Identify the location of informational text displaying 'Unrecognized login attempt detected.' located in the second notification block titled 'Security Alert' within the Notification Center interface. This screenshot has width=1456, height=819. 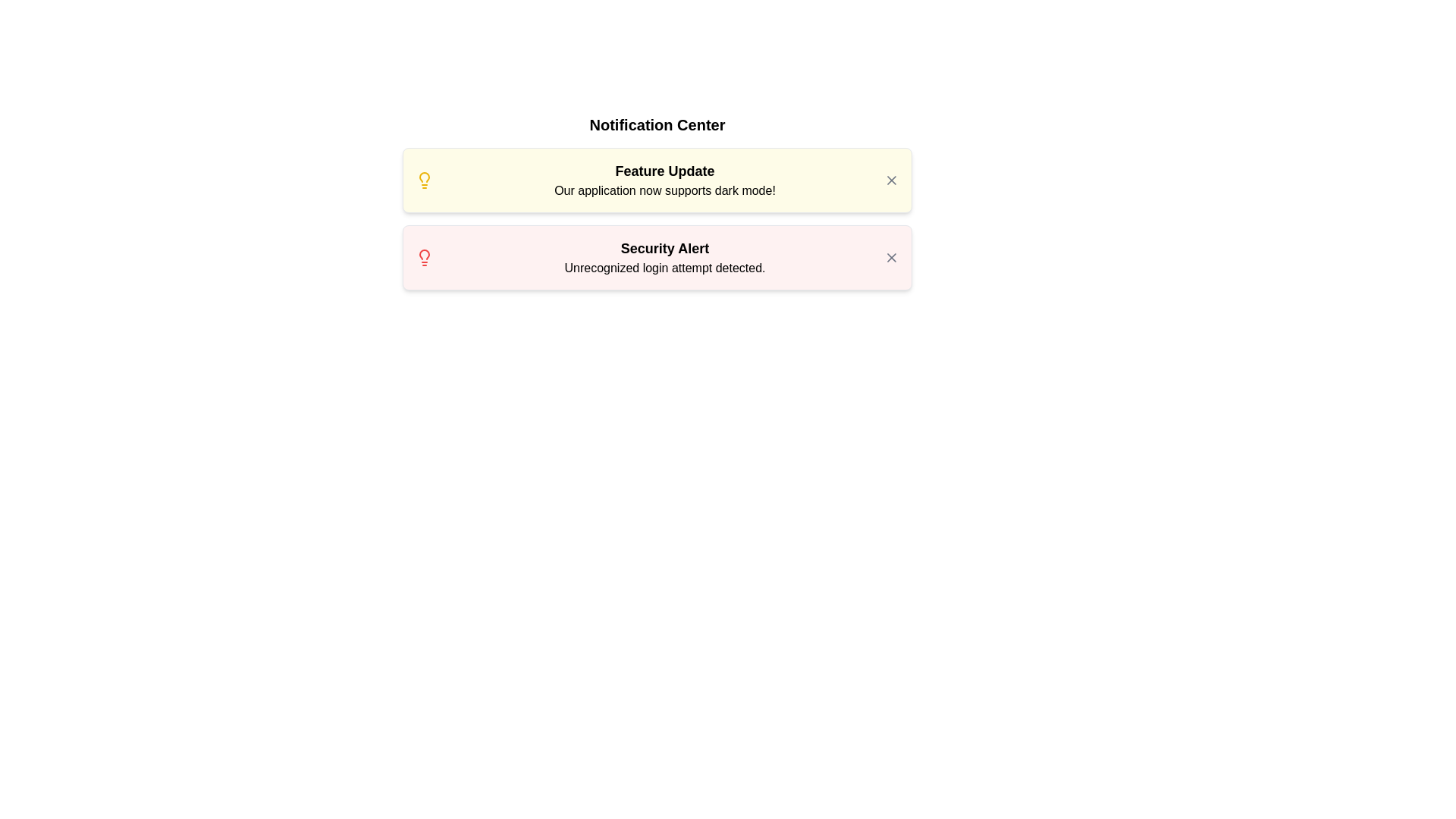
(665, 268).